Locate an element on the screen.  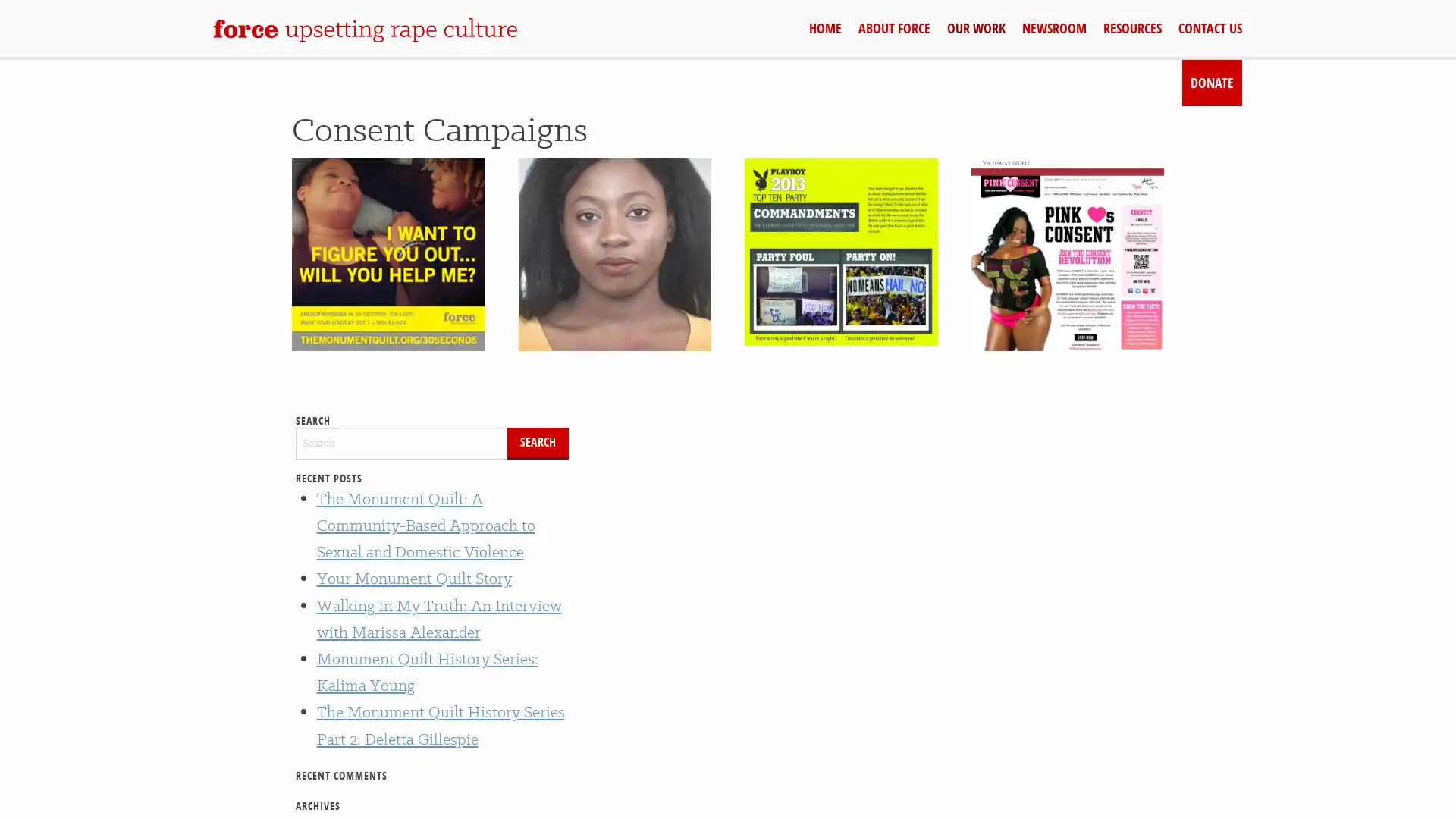
Search is located at coordinates (538, 442).